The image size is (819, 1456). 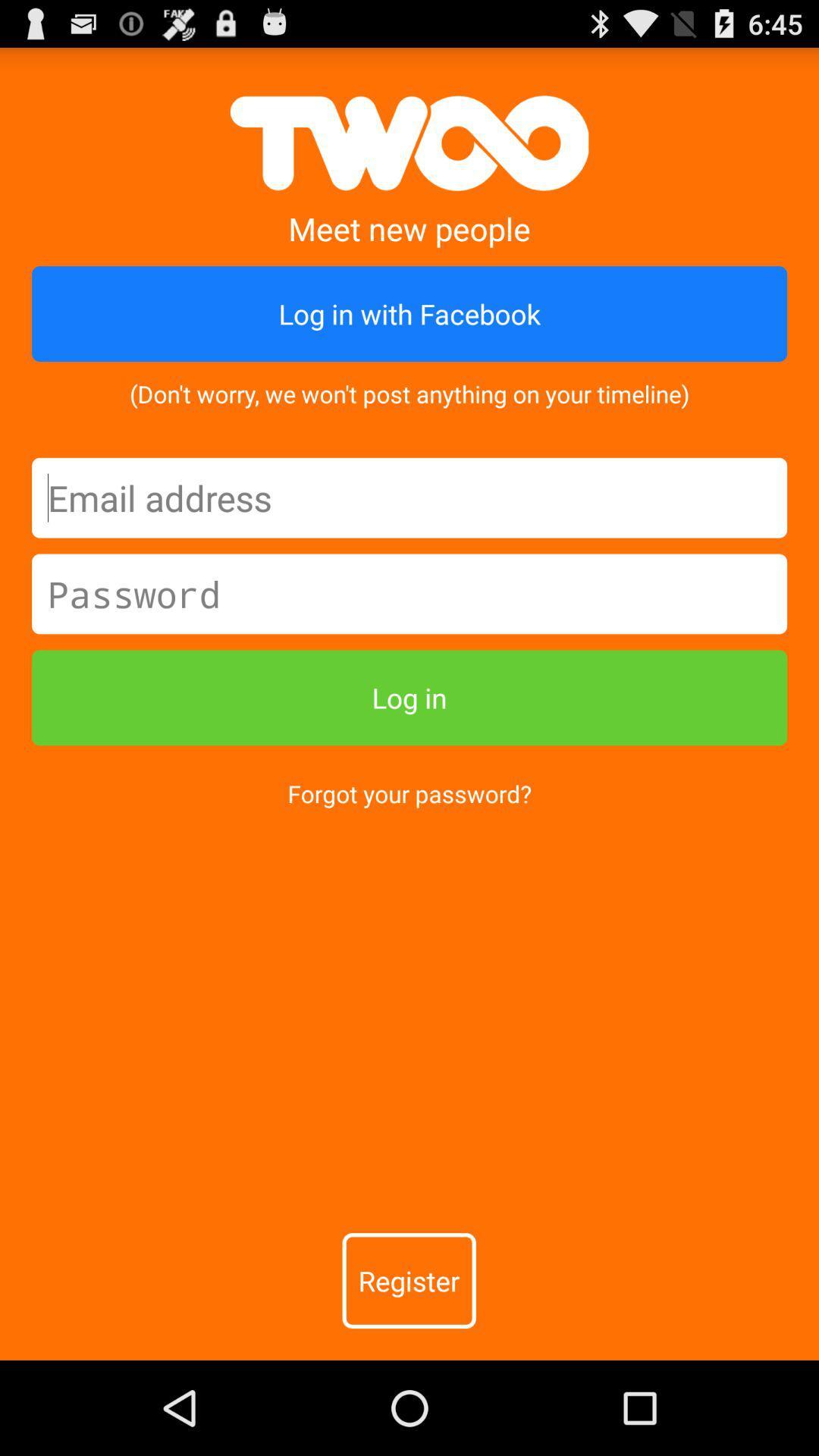 What do you see at coordinates (408, 1280) in the screenshot?
I see `the app below the forgot your password? app` at bounding box center [408, 1280].